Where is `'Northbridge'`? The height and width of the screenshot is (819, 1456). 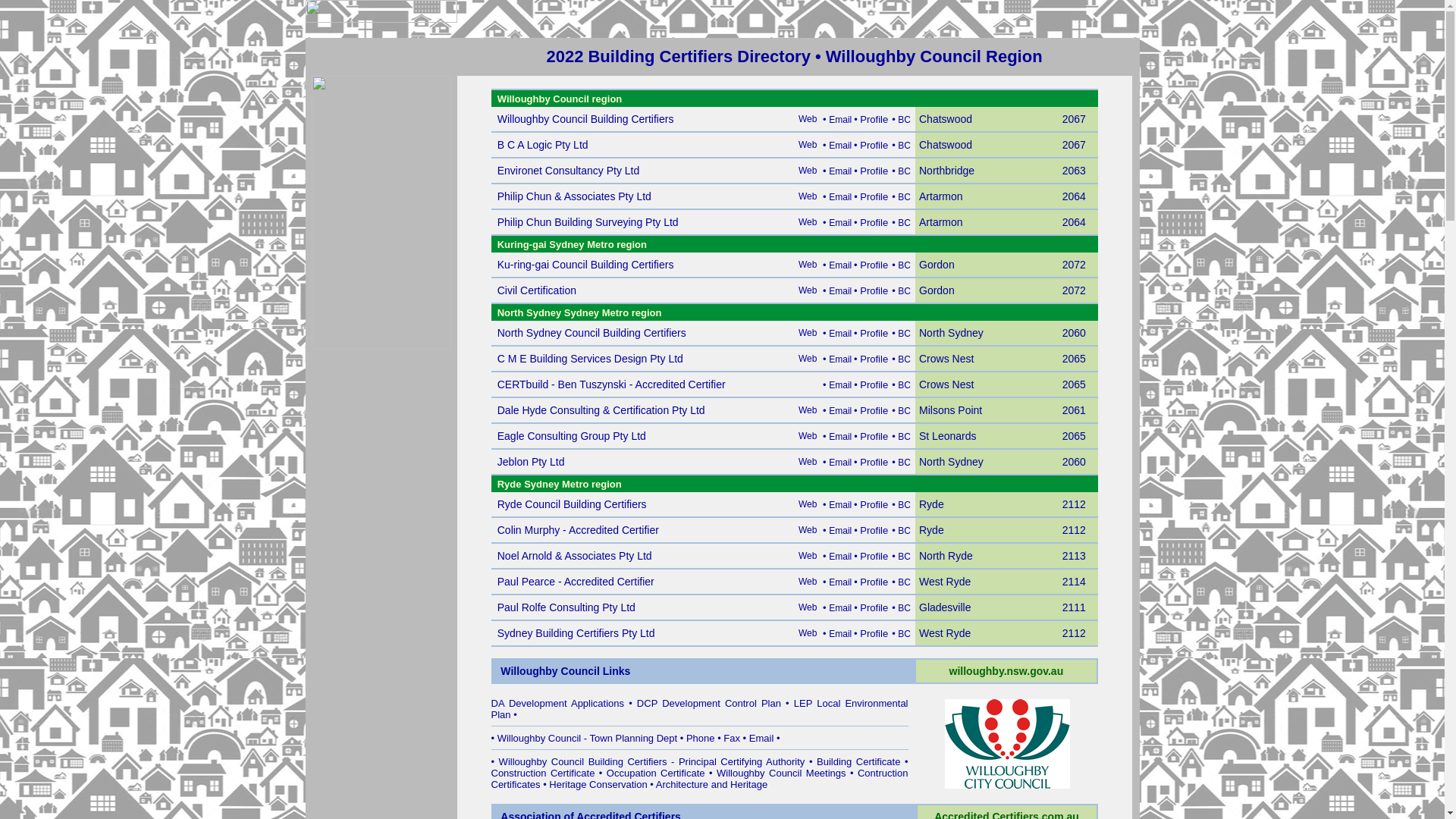
'Northbridge' is located at coordinates (946, 171).